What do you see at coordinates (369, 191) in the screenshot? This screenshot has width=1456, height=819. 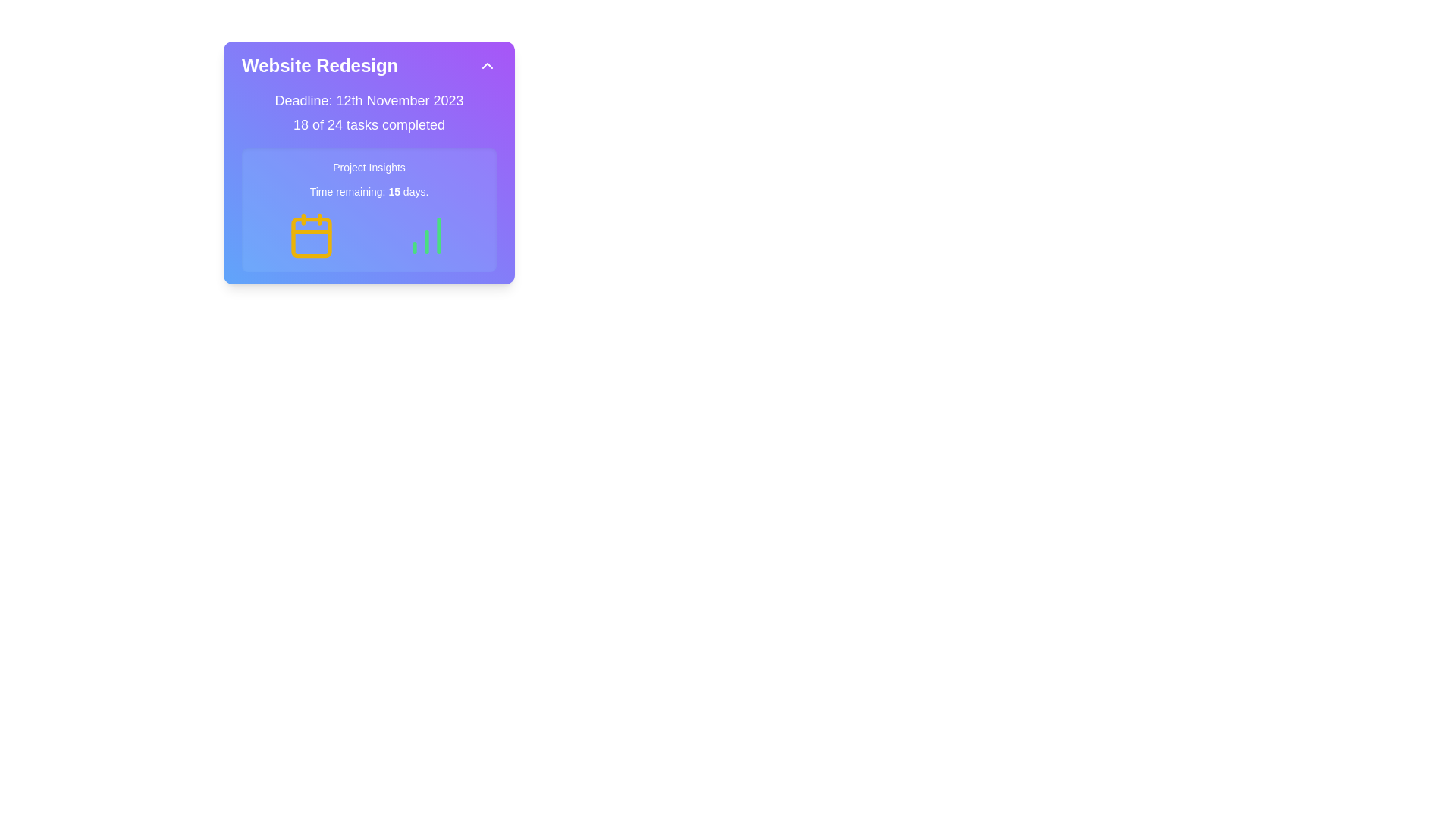 I see `the text label displaying 'Time remaining: 15 days.' which is located in the 'Project Insights' section, positioned centrally below the section header` at bounding box center [369, 191].